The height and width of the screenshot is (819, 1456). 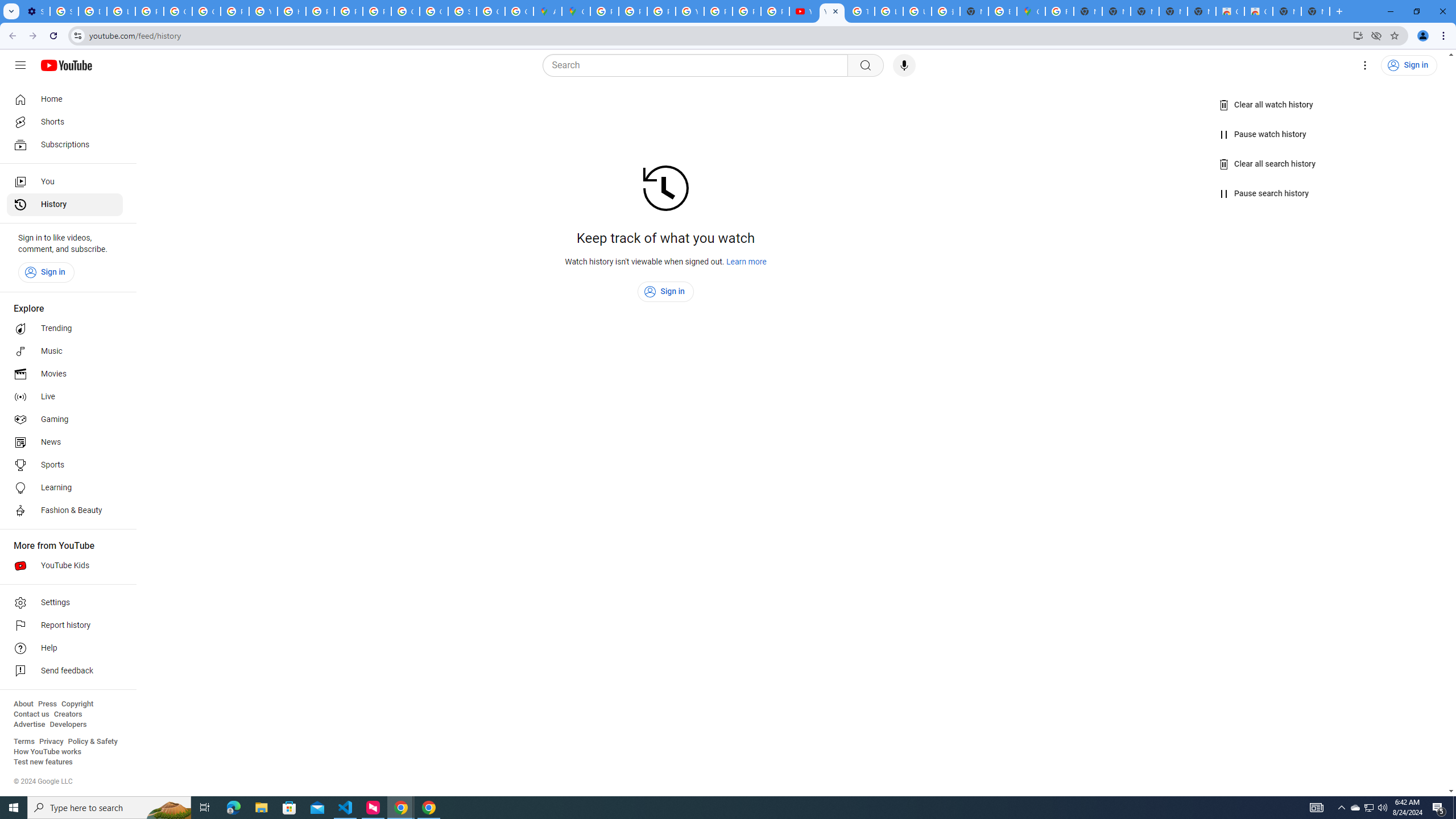 I want to click on 'Classic Blue - Chrome Web Store', so click(x=1259, y=11).